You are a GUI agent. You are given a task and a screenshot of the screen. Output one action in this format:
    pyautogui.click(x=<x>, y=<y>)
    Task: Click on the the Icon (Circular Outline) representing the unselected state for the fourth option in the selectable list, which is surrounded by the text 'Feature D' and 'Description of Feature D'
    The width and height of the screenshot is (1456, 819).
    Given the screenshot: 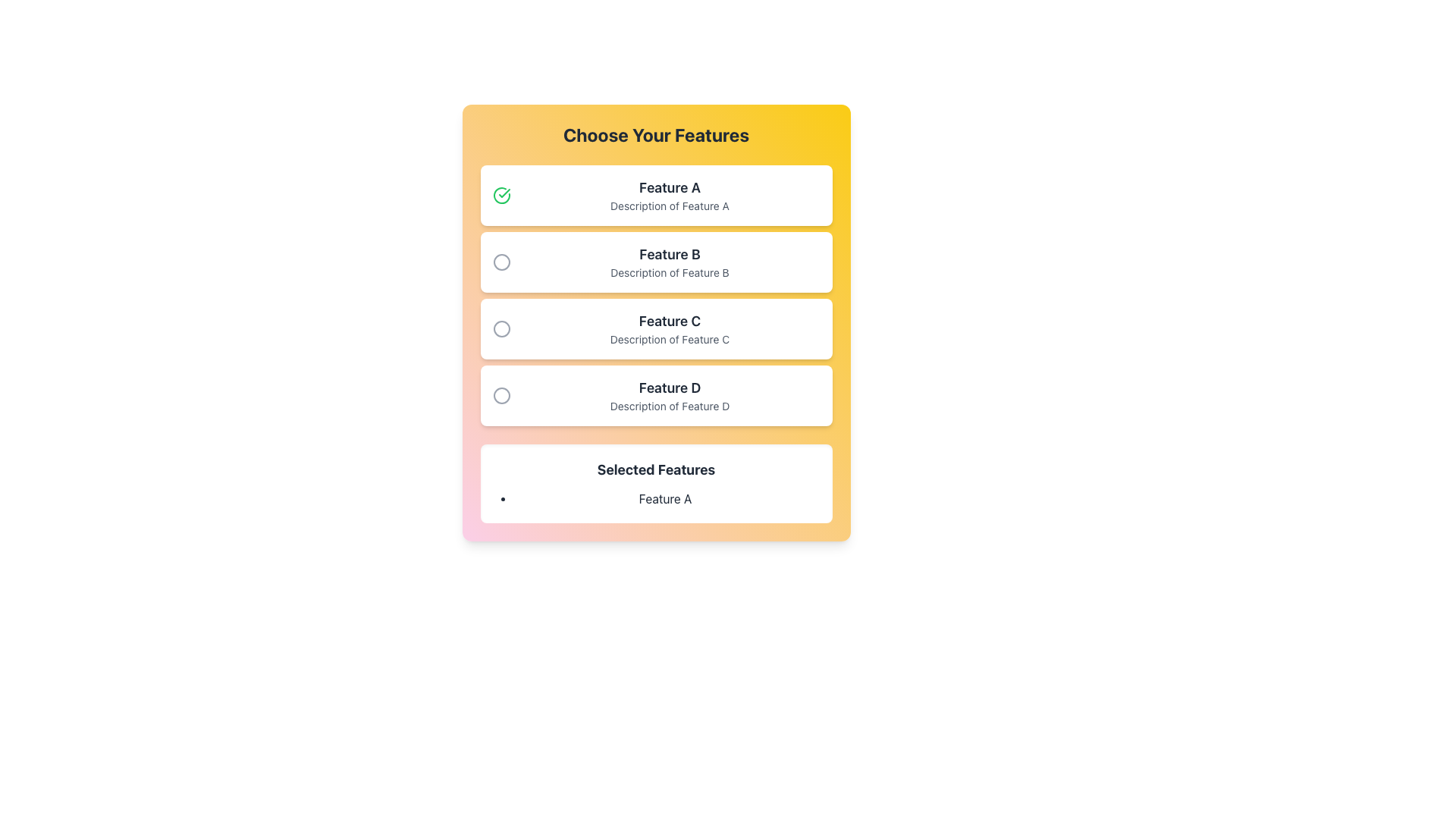 What is the action you would take?
    pyautogui.click(x=501, y=394)
    